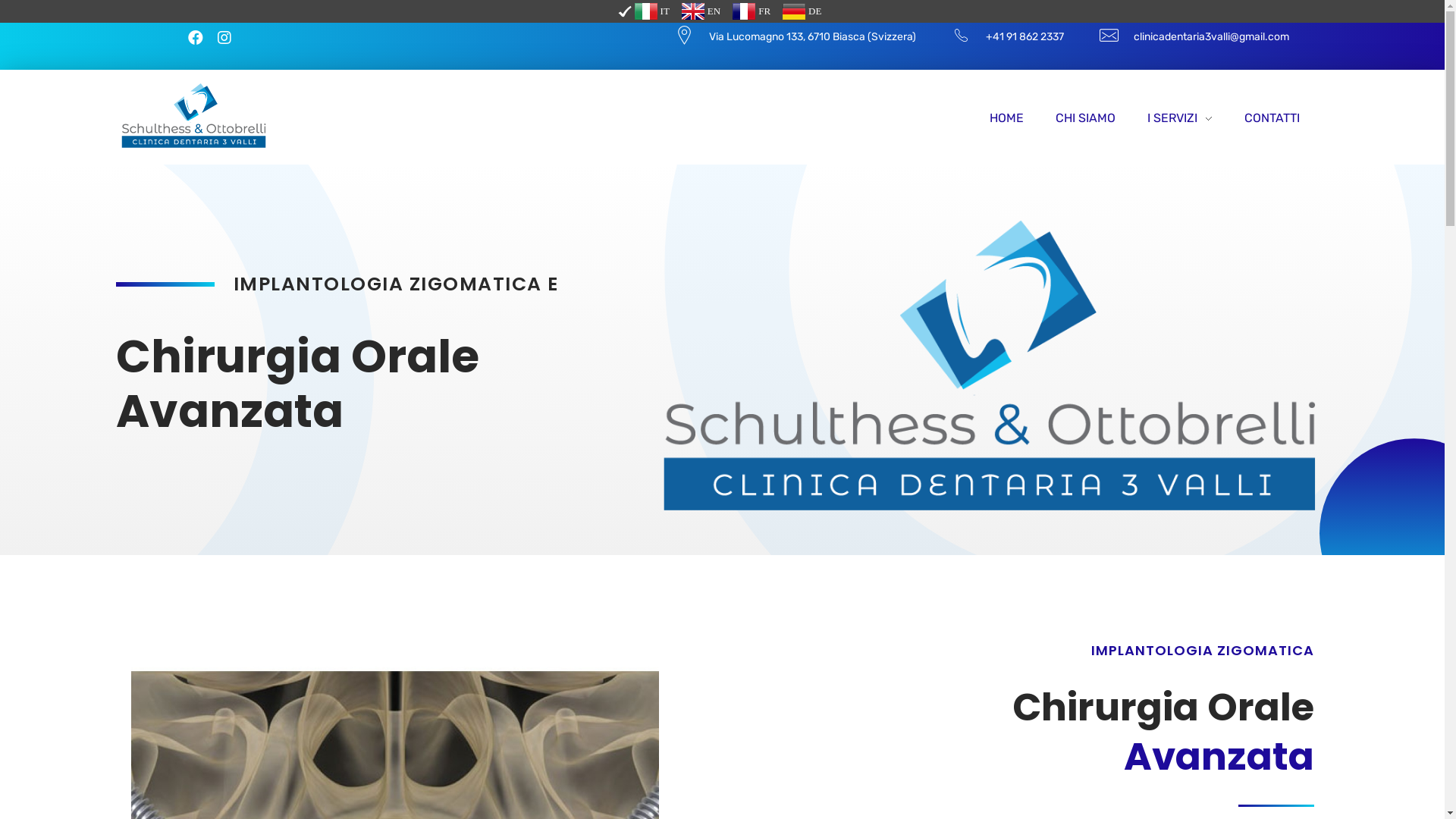  What do you see at coordinates (1178, 117) in the screenshot?
I see `'I SERVIZI'` at bounding box center [1178, 117].